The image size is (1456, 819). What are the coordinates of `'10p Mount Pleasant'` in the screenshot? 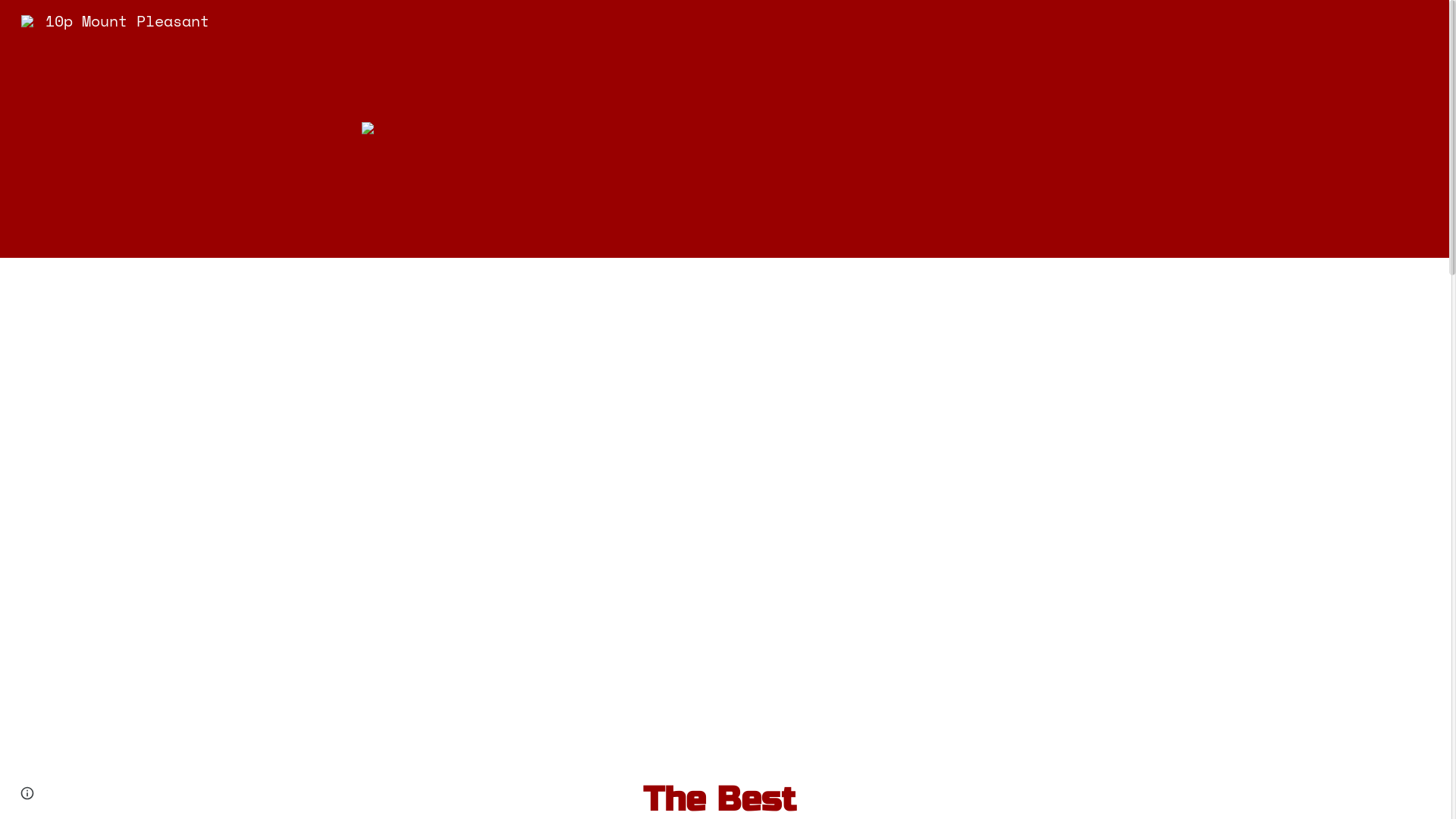 It's located at (115, 19).